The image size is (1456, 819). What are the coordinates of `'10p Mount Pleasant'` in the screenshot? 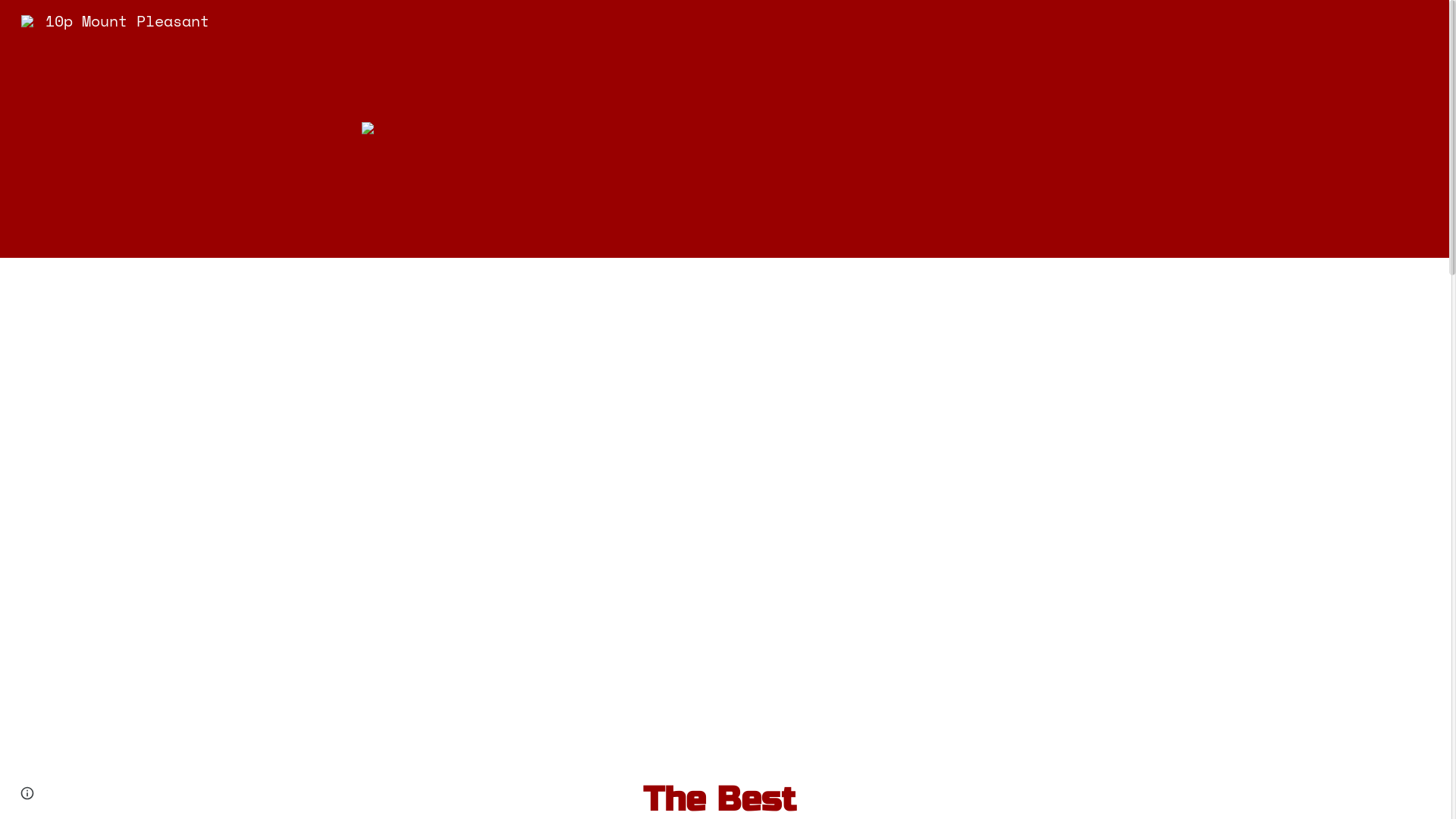 It's located at (115, 19).